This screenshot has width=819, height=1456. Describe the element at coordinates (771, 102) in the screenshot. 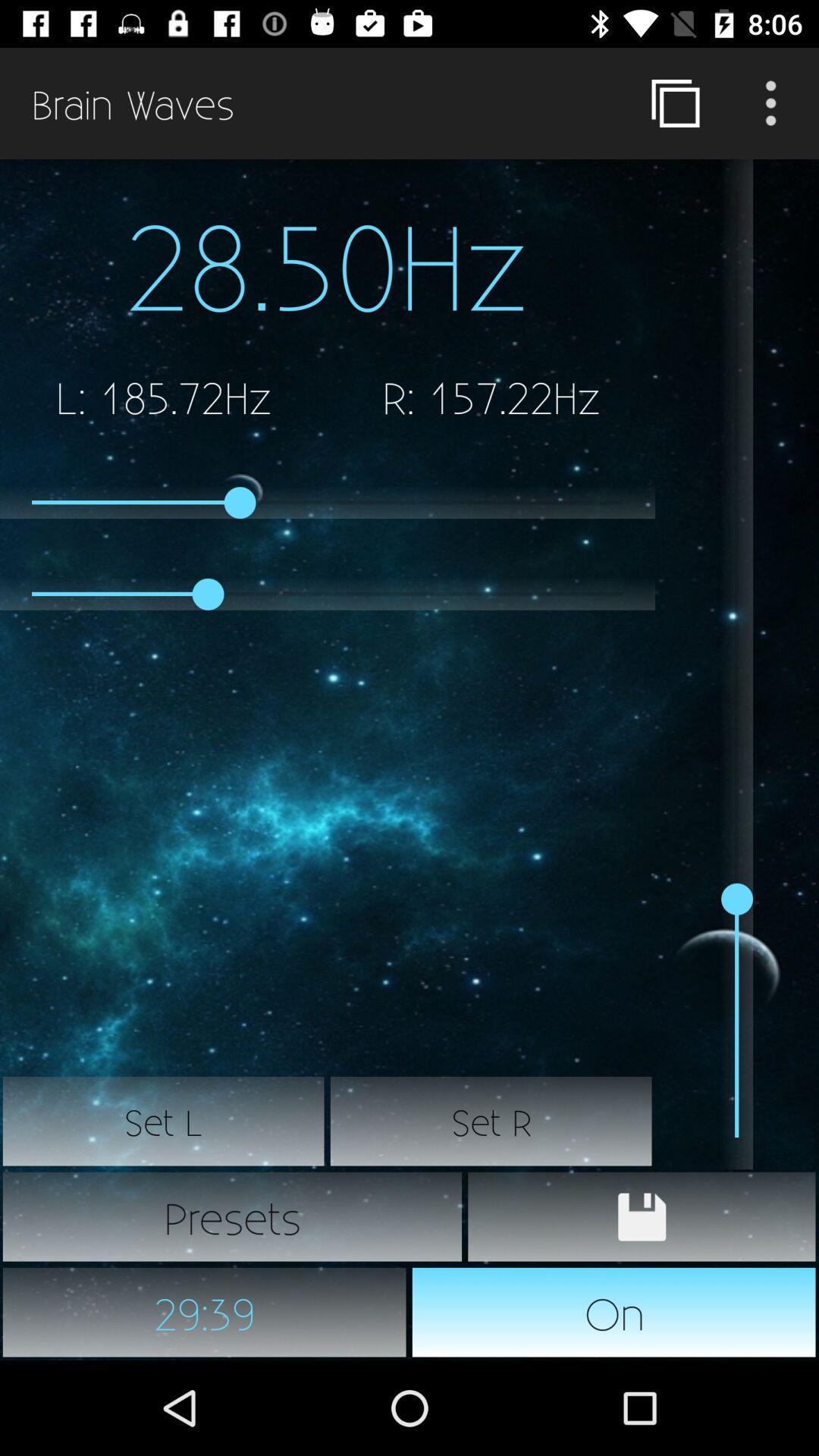

I see `more` at that location.